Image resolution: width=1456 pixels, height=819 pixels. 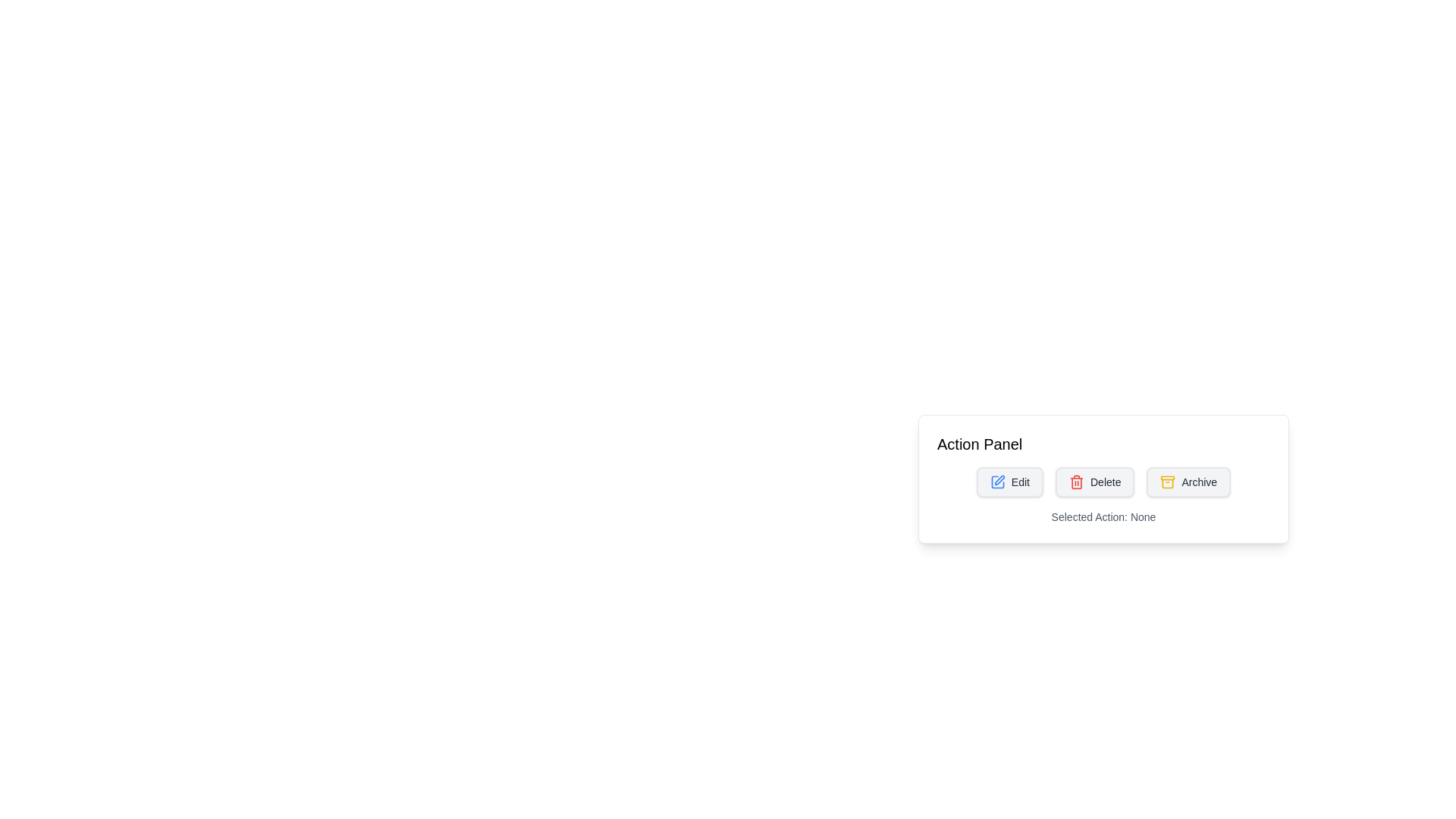 What do you see at coordinates (1198, 482) in the screenshot?
I see `the 'Archive' text label within the button located at the bottom right of the 'Action Panel' section` at bounding box center [1198, 482].